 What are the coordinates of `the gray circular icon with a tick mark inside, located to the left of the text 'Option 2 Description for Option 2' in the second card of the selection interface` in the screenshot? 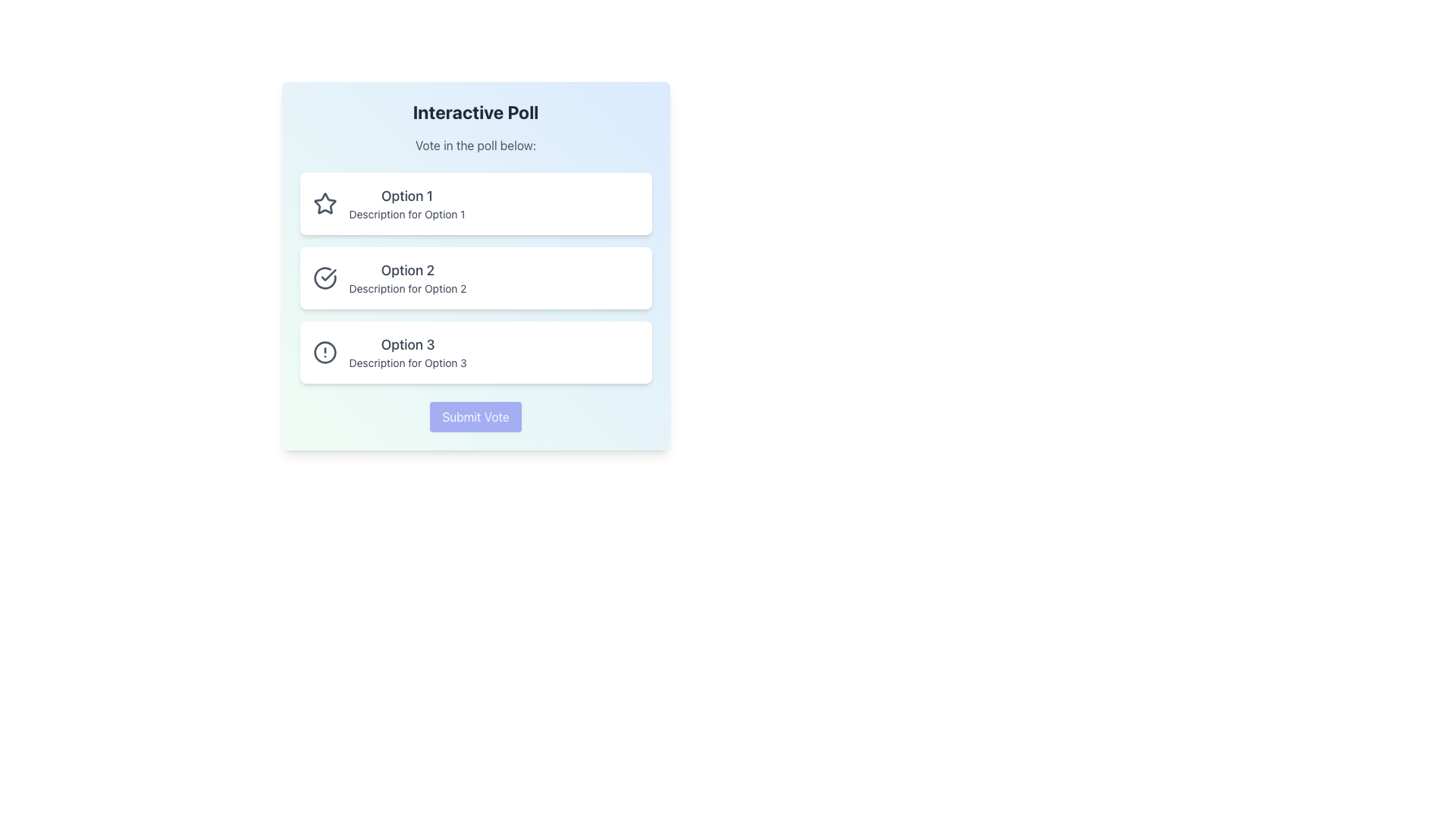 It's located at (324, 278).